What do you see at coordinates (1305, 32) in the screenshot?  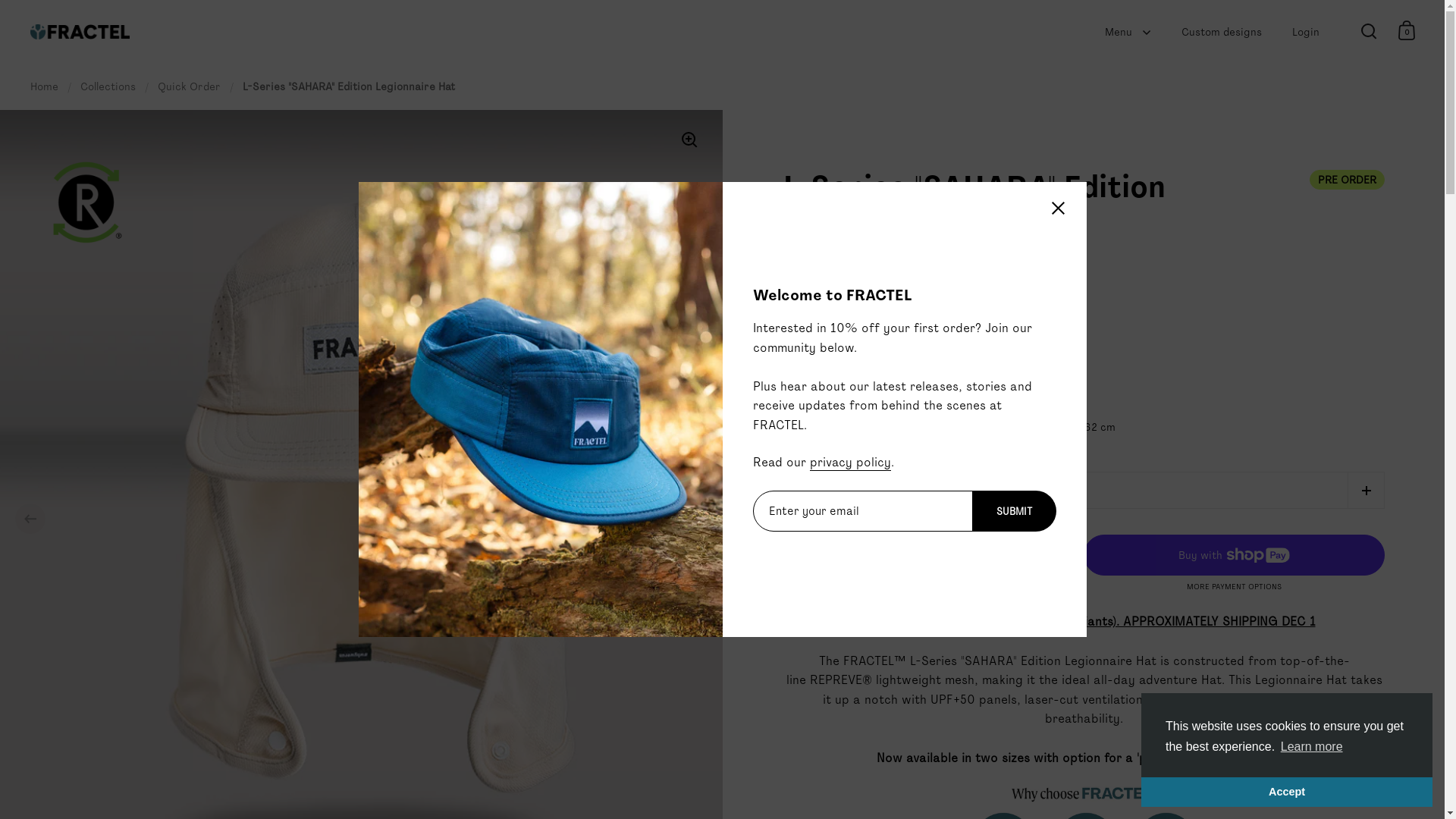 I see `'Login'` at bounding box center [1305, 32].